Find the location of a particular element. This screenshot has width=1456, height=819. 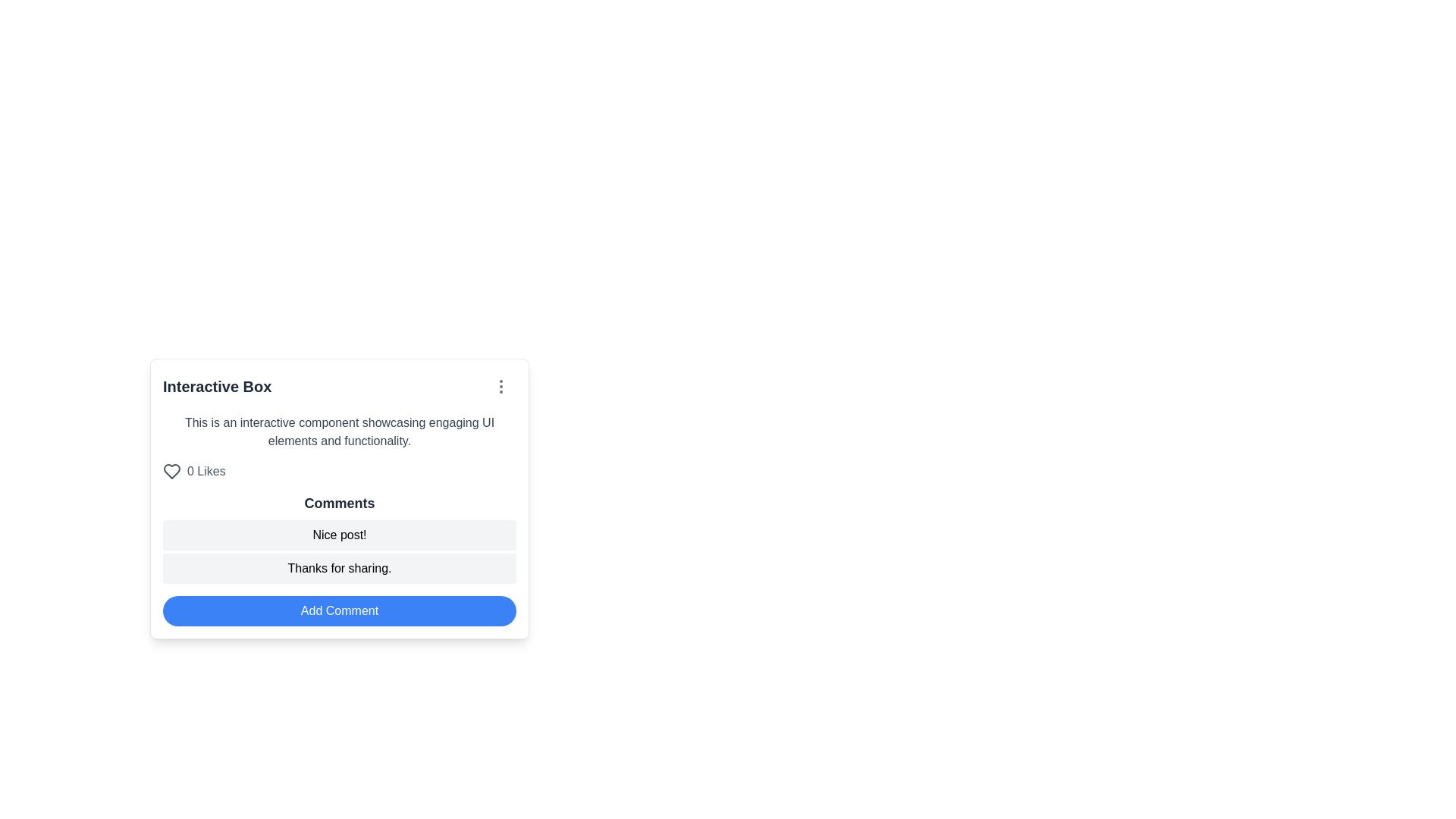

the button located on the far-right of the 'Interactive Box' section is located at coordinates (501, 385).